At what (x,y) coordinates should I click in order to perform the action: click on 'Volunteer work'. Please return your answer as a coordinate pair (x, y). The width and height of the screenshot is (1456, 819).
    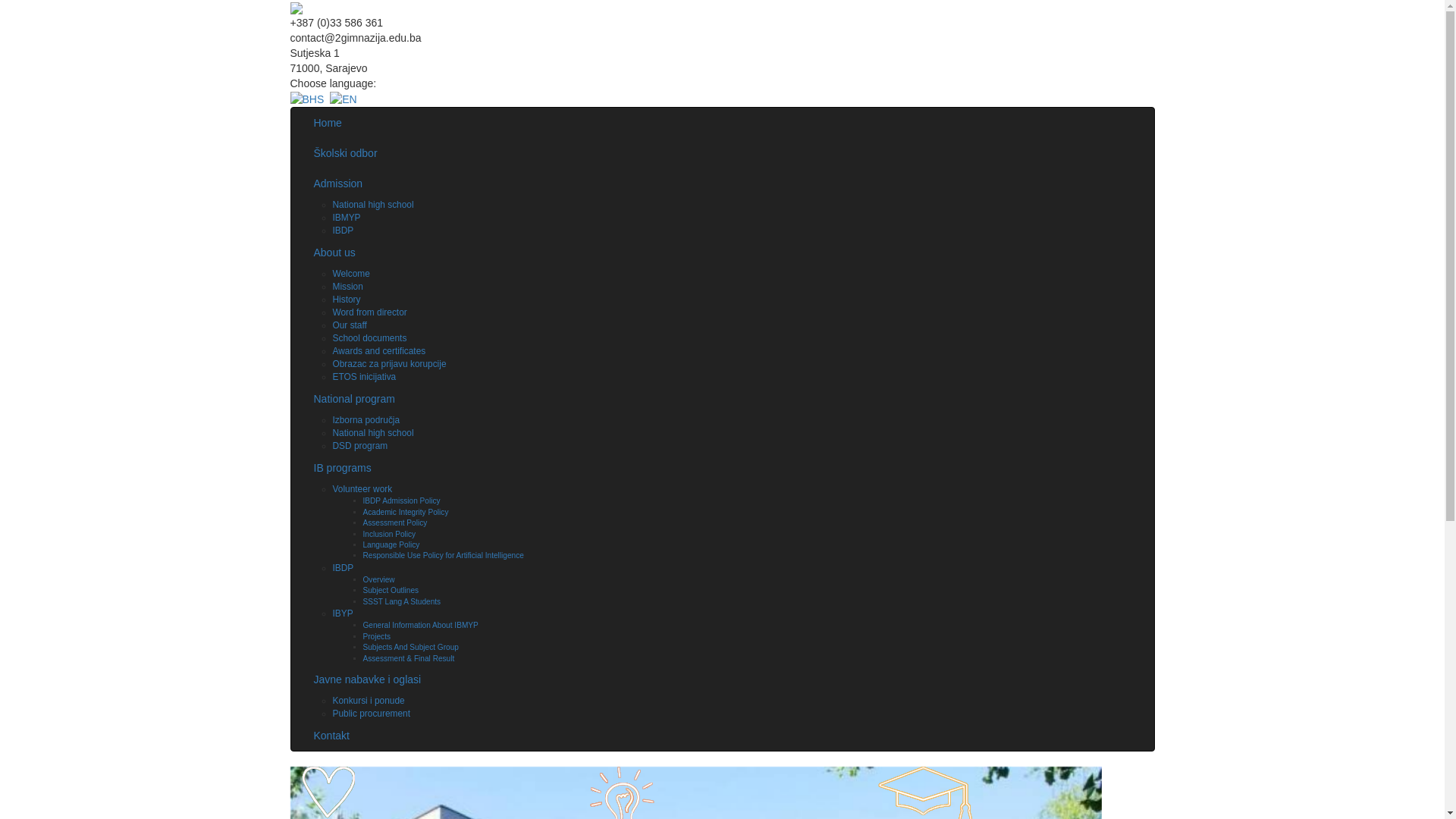
    Looking at the image, I should click on (361, 488).